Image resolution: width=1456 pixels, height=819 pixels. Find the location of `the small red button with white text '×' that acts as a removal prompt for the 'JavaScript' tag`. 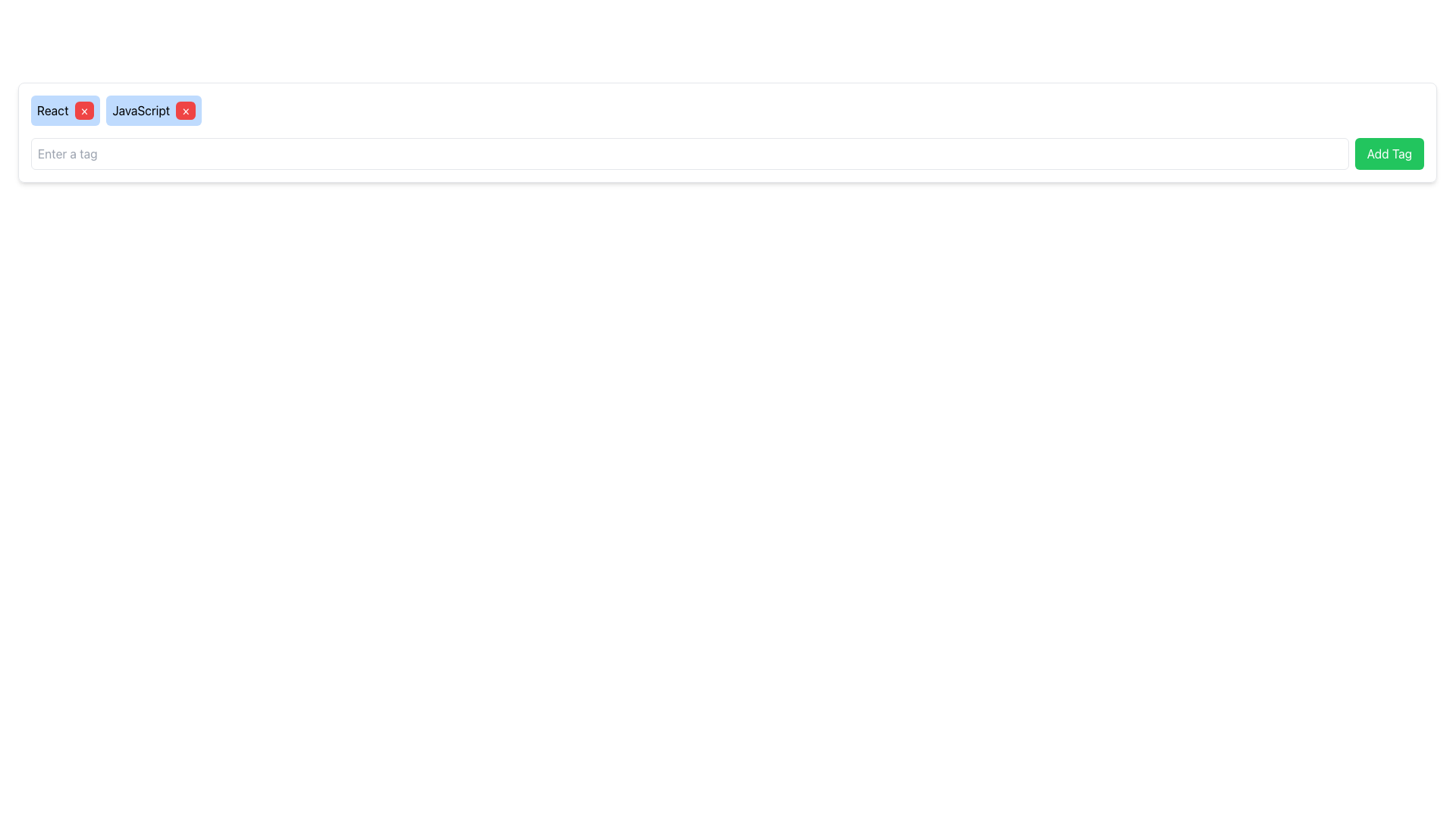

the small red button with white text '×' that acts as a removal prompt for the 'JavaScript' tag is located at coordinates (185, 110).